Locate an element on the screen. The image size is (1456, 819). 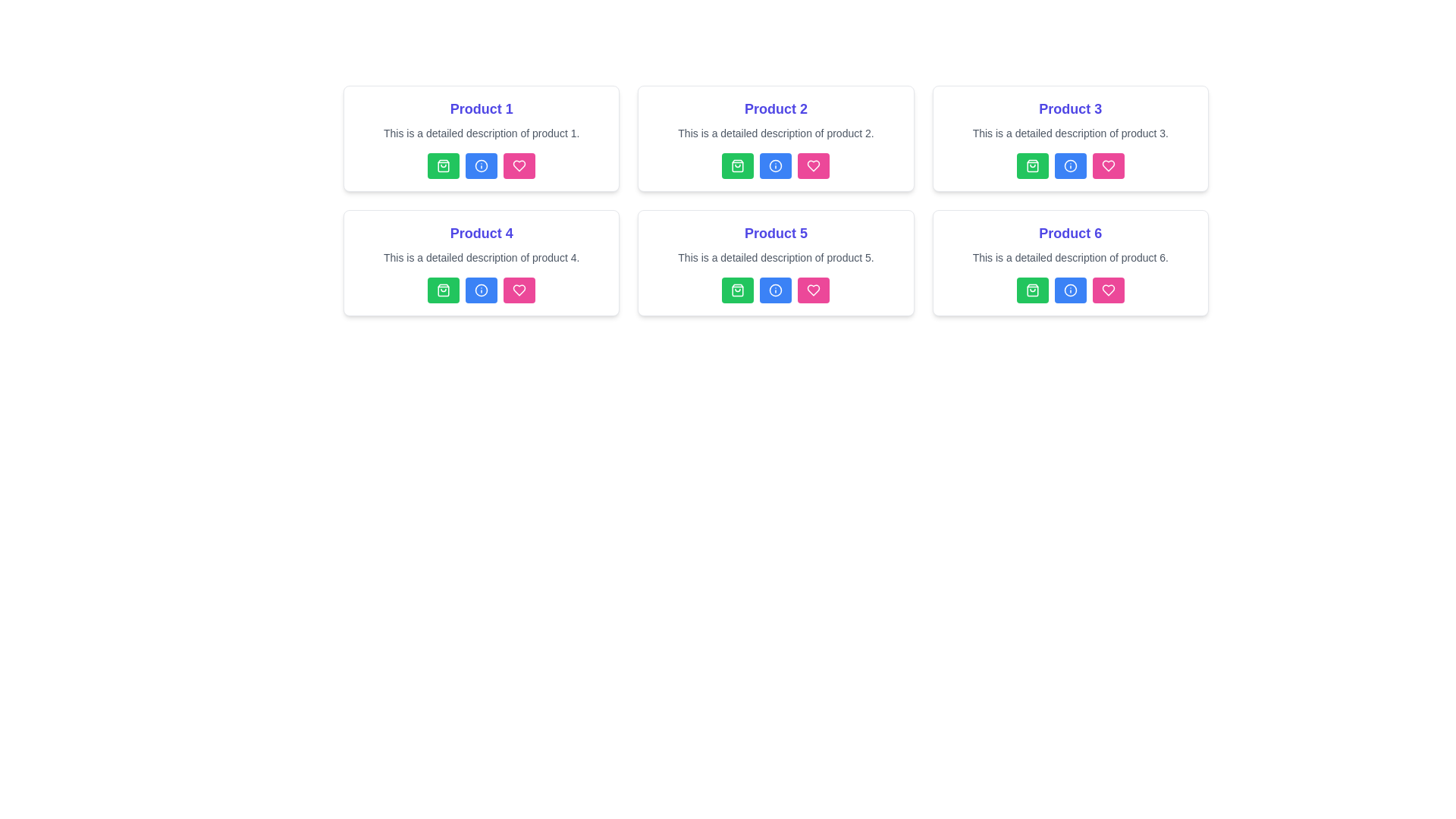
the blue information button with rounded edges located is located at coordinates (776, 290).